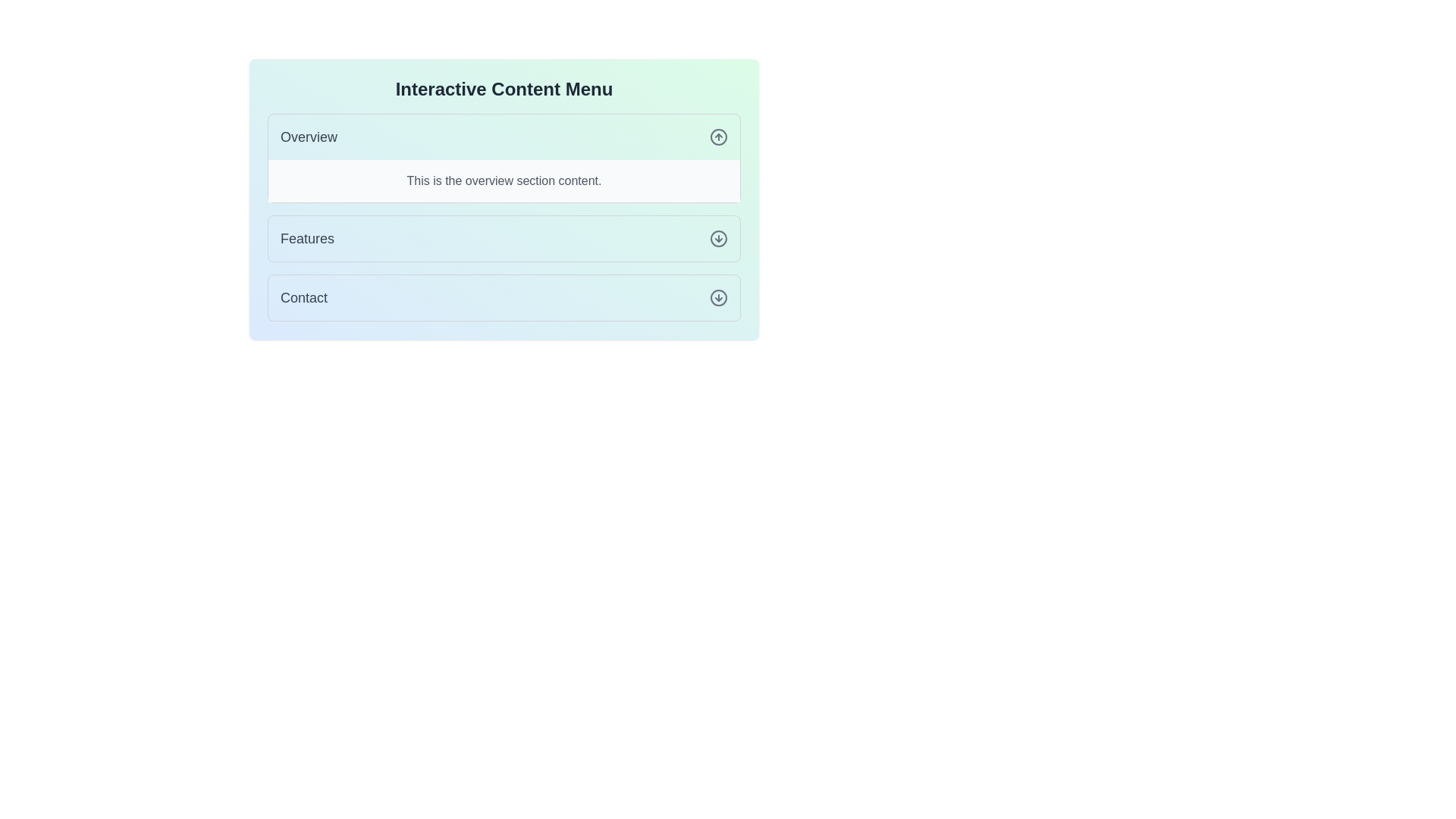  Describe the element at coordinates (504, 239) in the screenshot. I see `the 'Features' button, which is the second option in a vertical list of buttons with a light background and gray border` at that location.